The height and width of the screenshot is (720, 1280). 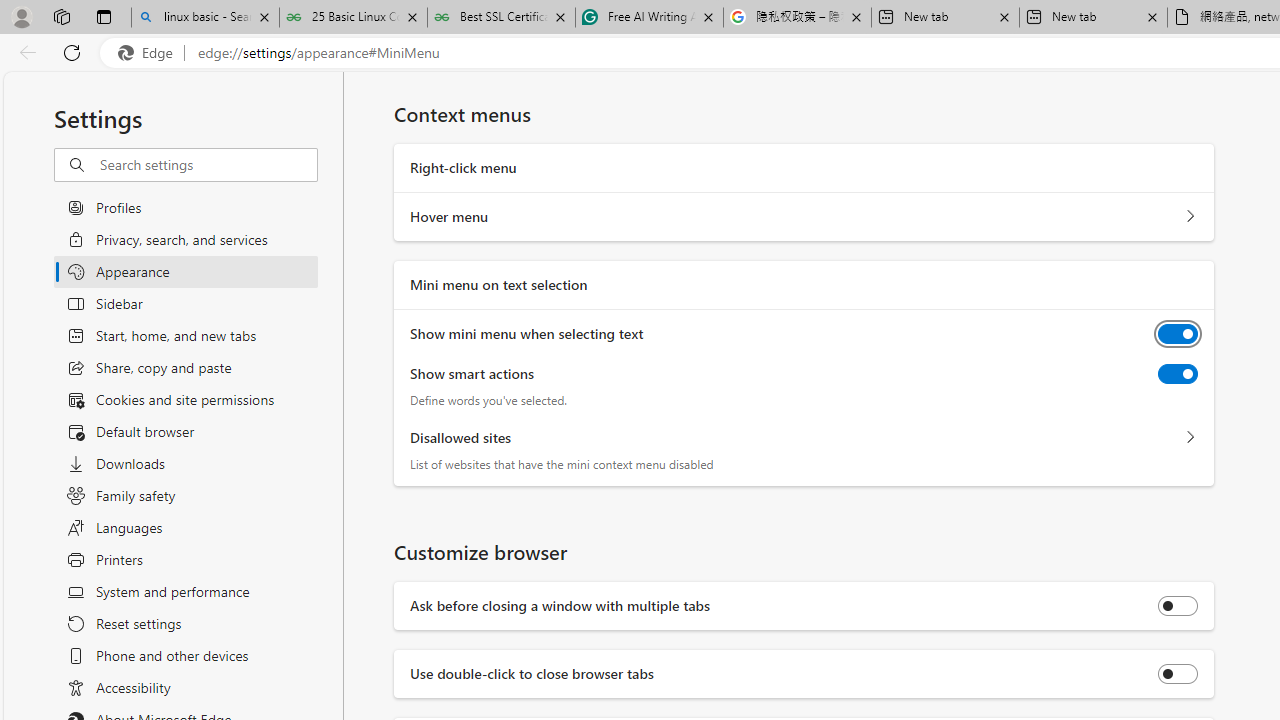 What do you see at coordinates (501, 17) in the screenshot?
I see `'Best SSL Certificates Provider in India - GeeksforGeeks'` at bounding box center [501, 17].